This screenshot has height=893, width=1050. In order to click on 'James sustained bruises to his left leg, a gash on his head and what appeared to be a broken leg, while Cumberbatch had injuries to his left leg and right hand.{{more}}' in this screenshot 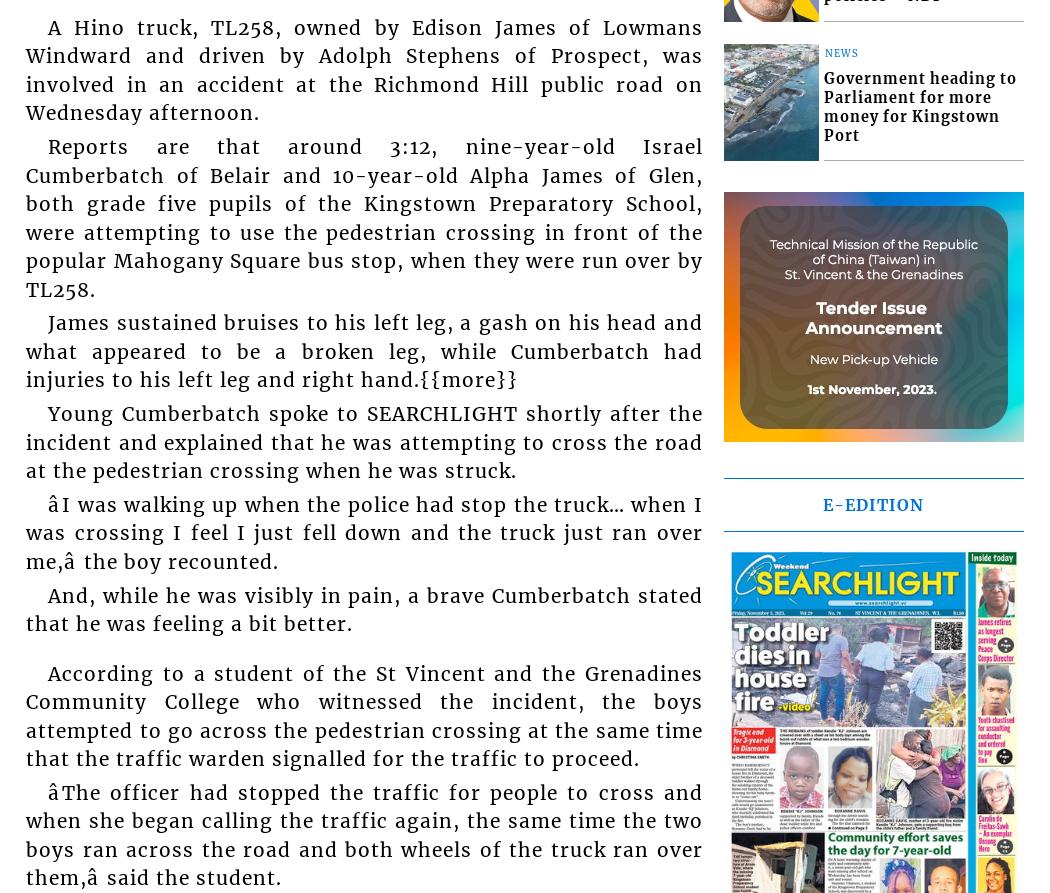, I will do `click(363, 351)`.